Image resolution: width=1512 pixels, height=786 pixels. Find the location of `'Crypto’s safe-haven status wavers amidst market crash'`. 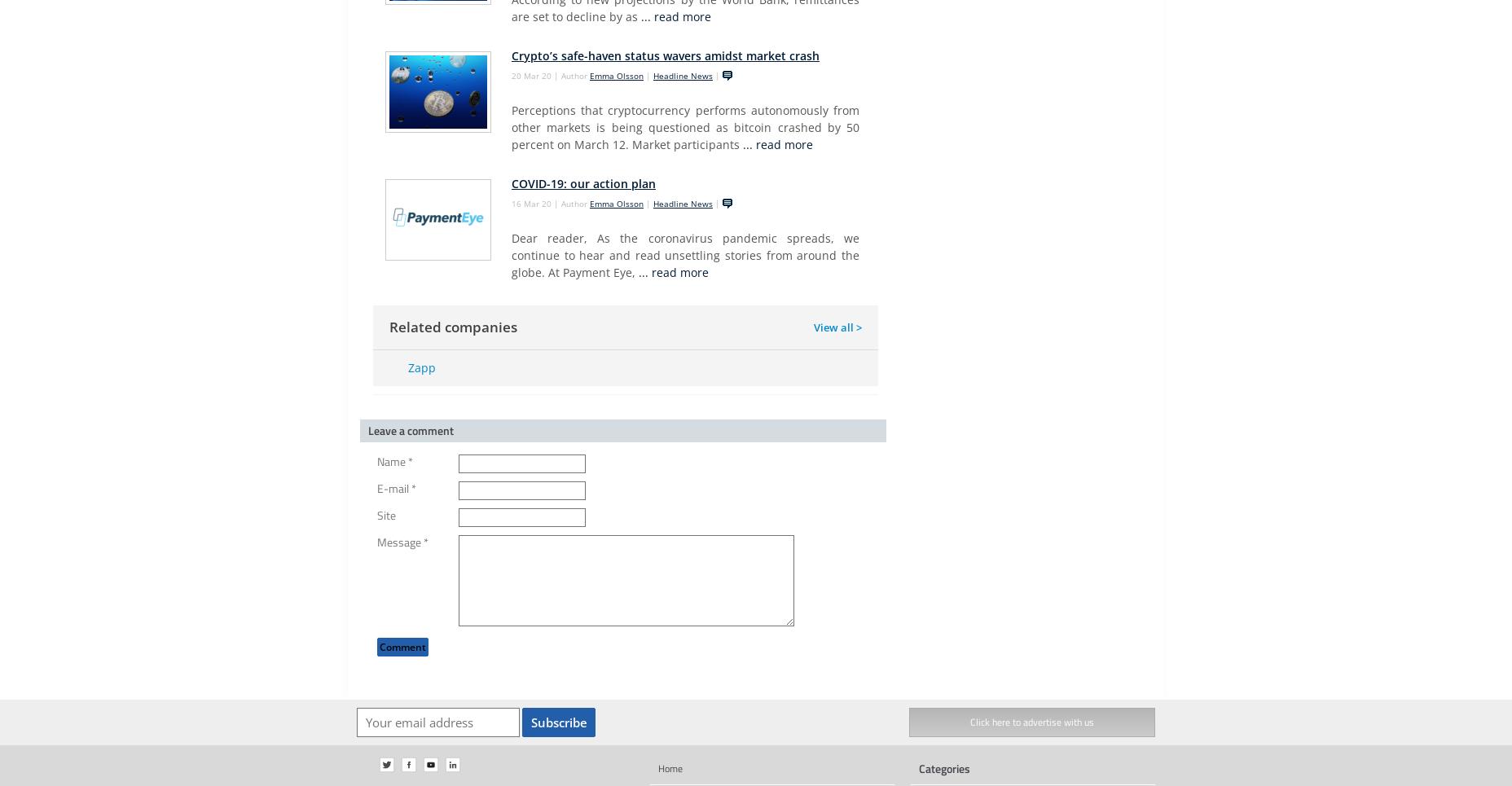

'Crypto’s safe-haven status wavers amidst market crash' is located at coordinates (512, 55).